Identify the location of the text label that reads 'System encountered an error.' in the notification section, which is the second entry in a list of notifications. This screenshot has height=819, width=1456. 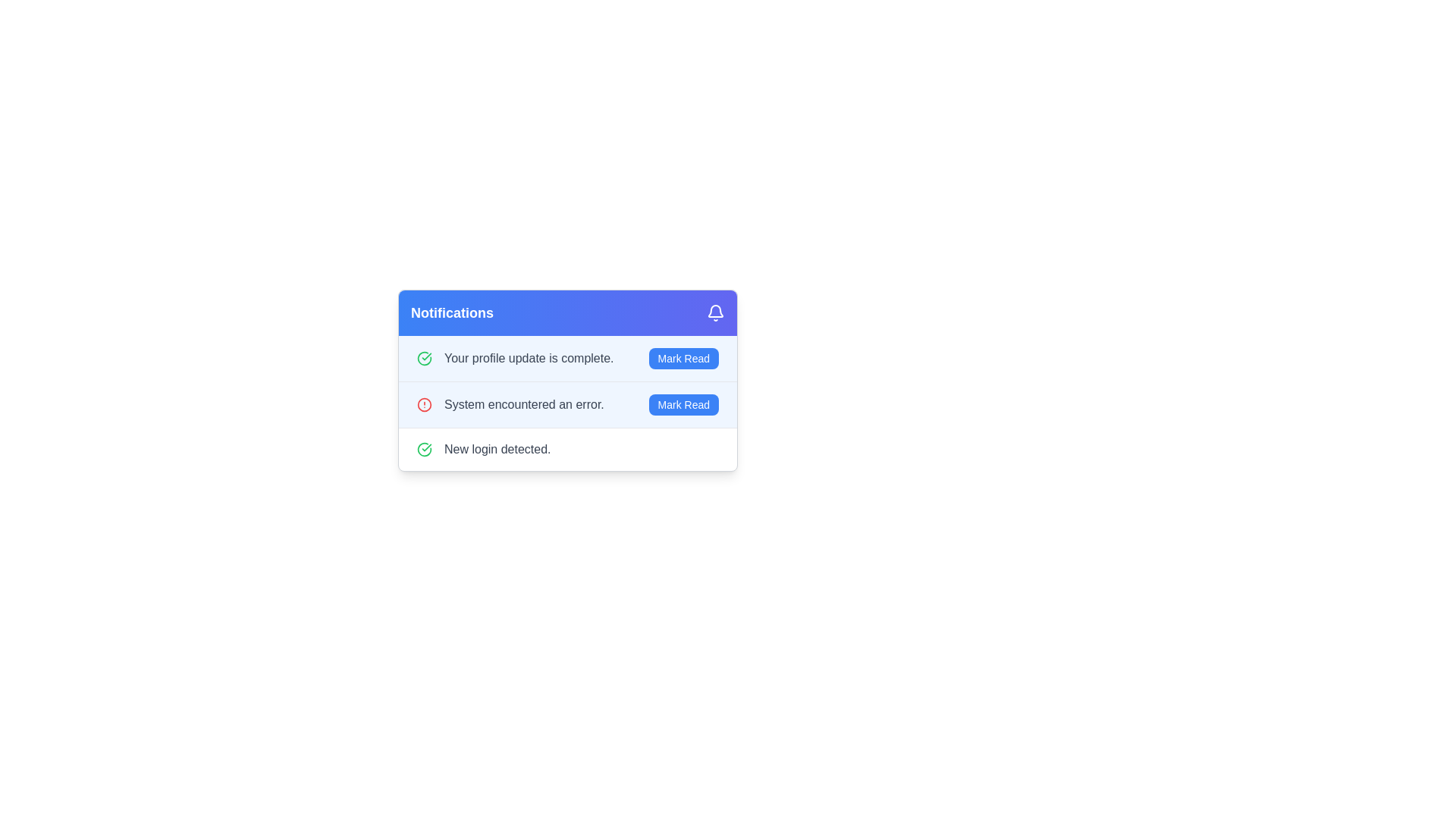
(524, 403).